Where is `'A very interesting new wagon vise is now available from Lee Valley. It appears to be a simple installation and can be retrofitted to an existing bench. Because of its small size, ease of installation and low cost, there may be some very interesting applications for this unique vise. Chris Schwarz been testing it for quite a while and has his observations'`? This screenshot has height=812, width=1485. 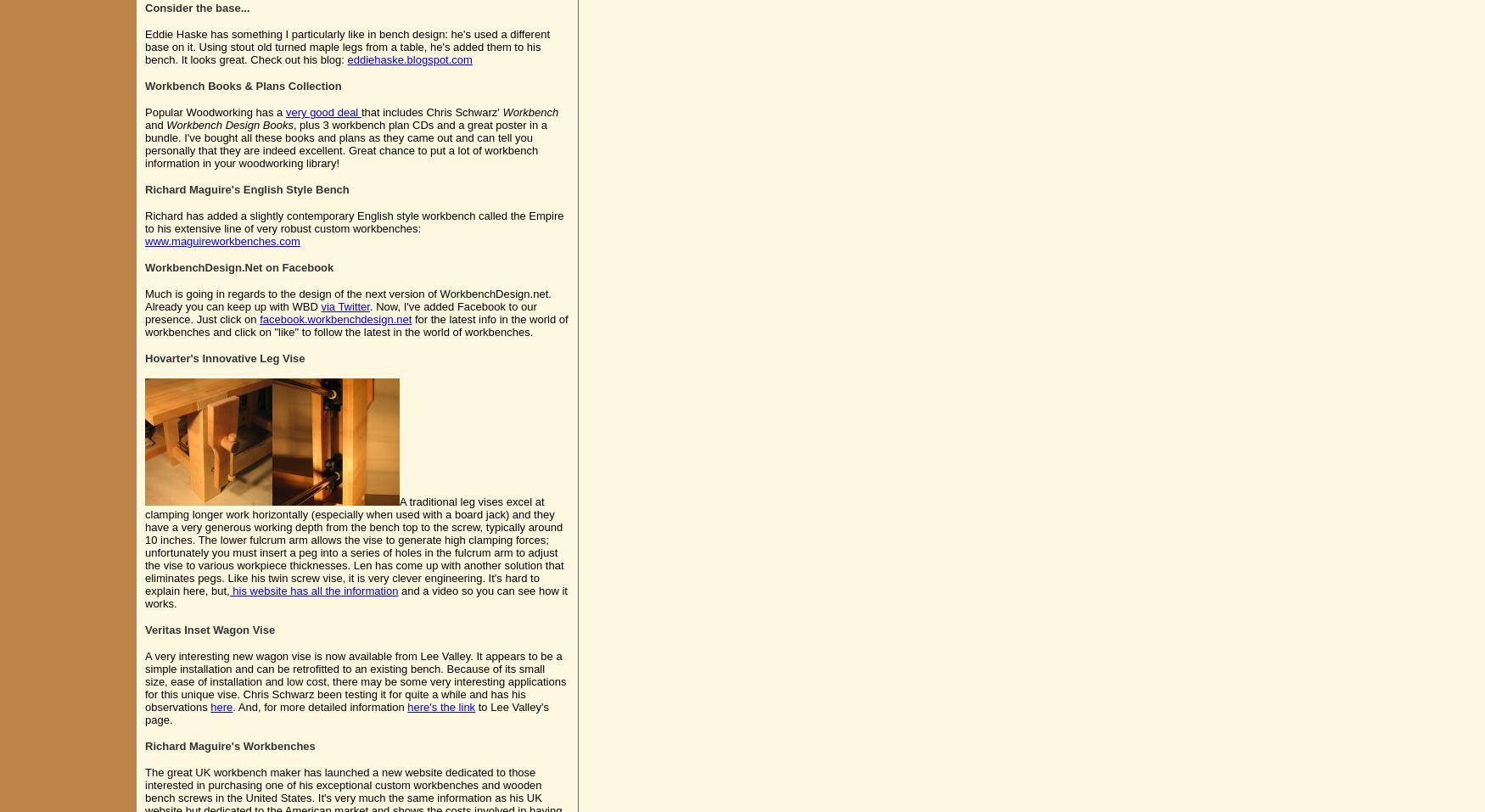 'A very interesting new wagon vise is now available from Lee Valley. It appears to be a simple installation and can be retrofitted to an existing bench. Because of its small size, ease of installation and low cost, there may be some very interesting applications for this unique vise. Chris Schwarz been testing it for quite a while and has his observations' is located at coordinates (354, 680).